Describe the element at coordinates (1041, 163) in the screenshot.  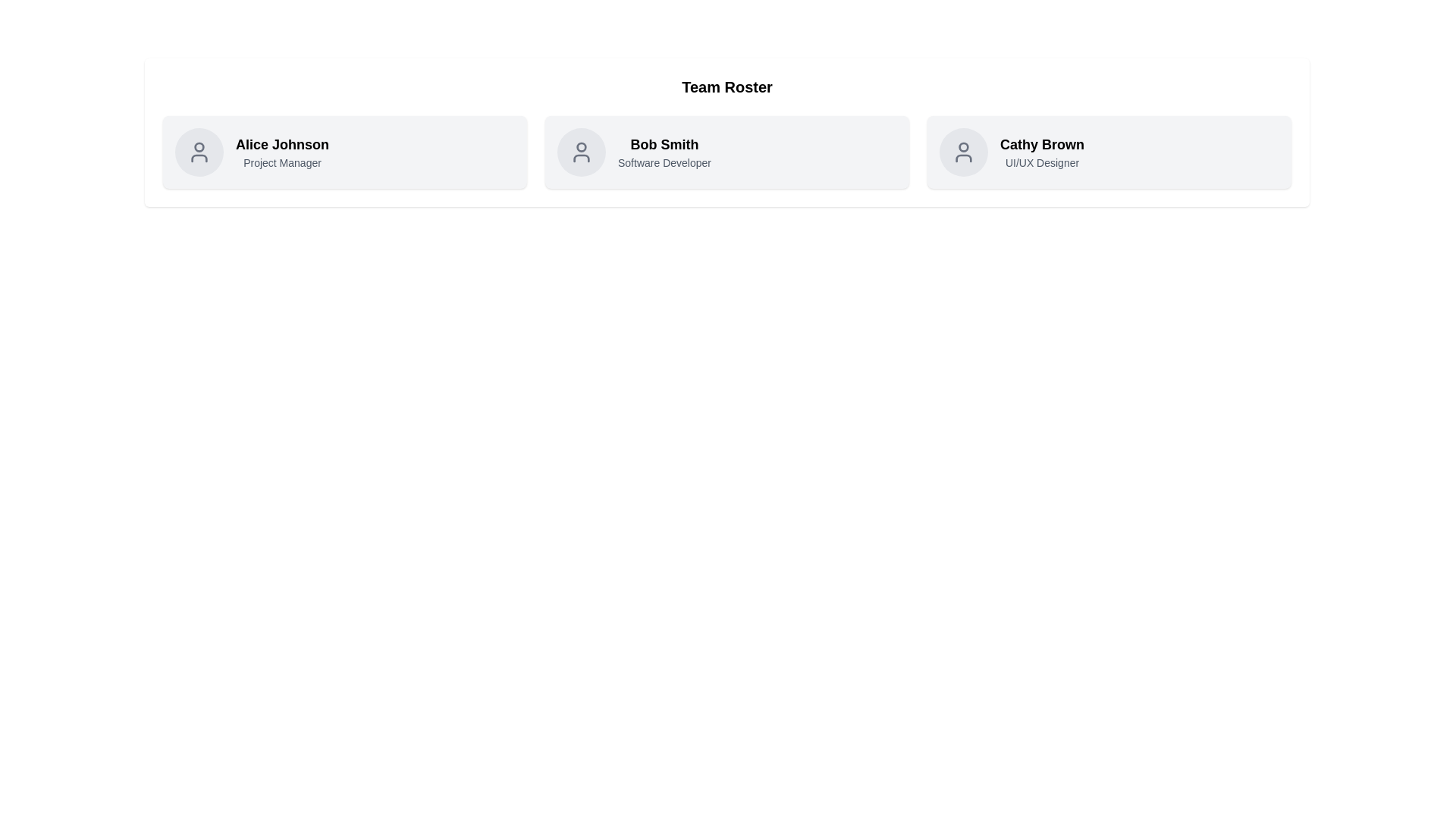
I see `static text element displaying 'UI/UX Designer' located below the name 'Cathy Brown' in the profile card on the rightmost side of a three-card layout` at that location.